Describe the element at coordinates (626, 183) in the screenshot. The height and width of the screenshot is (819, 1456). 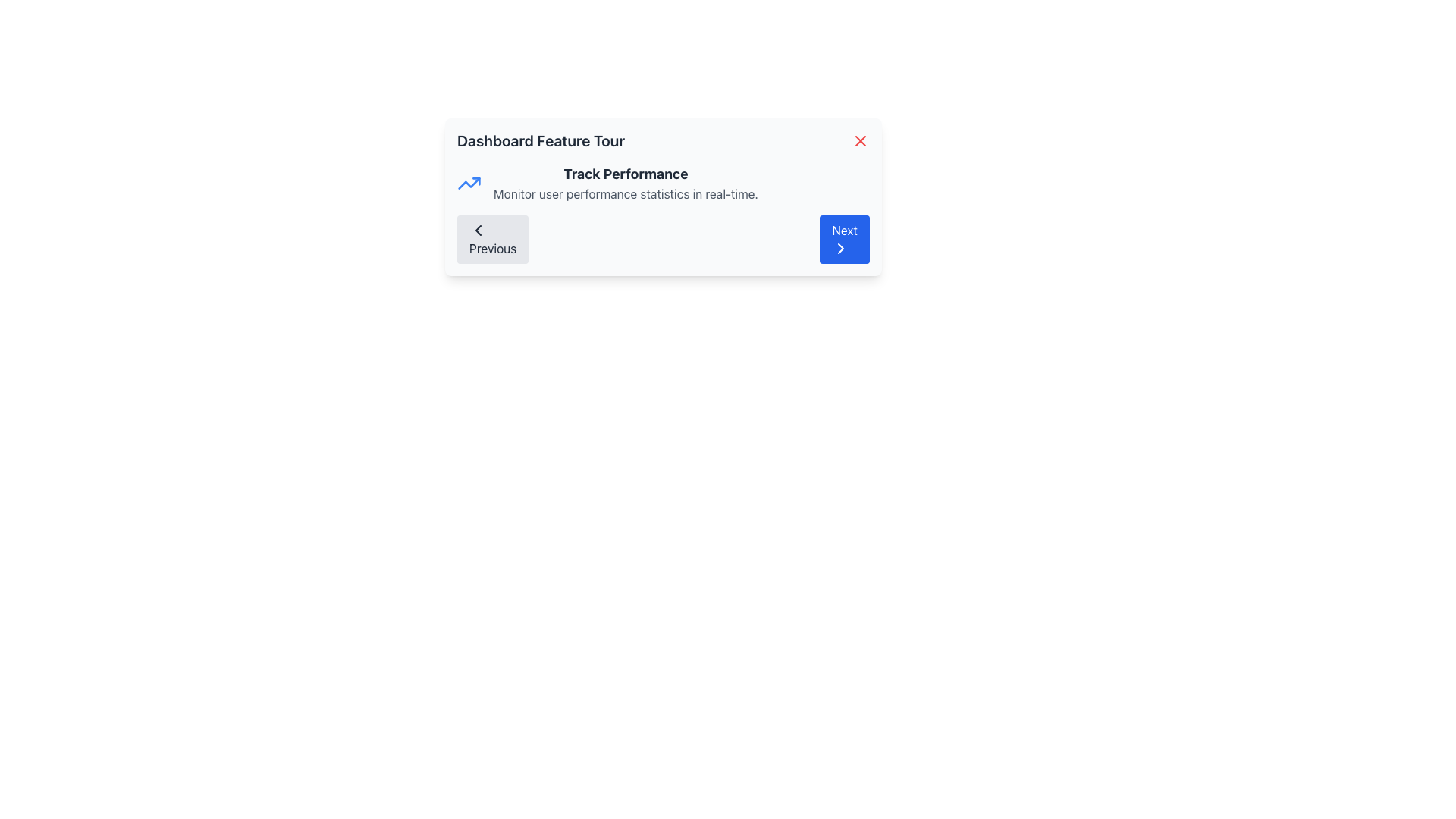
I see `the centrally located text block that provides a title and brief explanatory subtitle, summarizing the purpose or feature of the section` at that location.